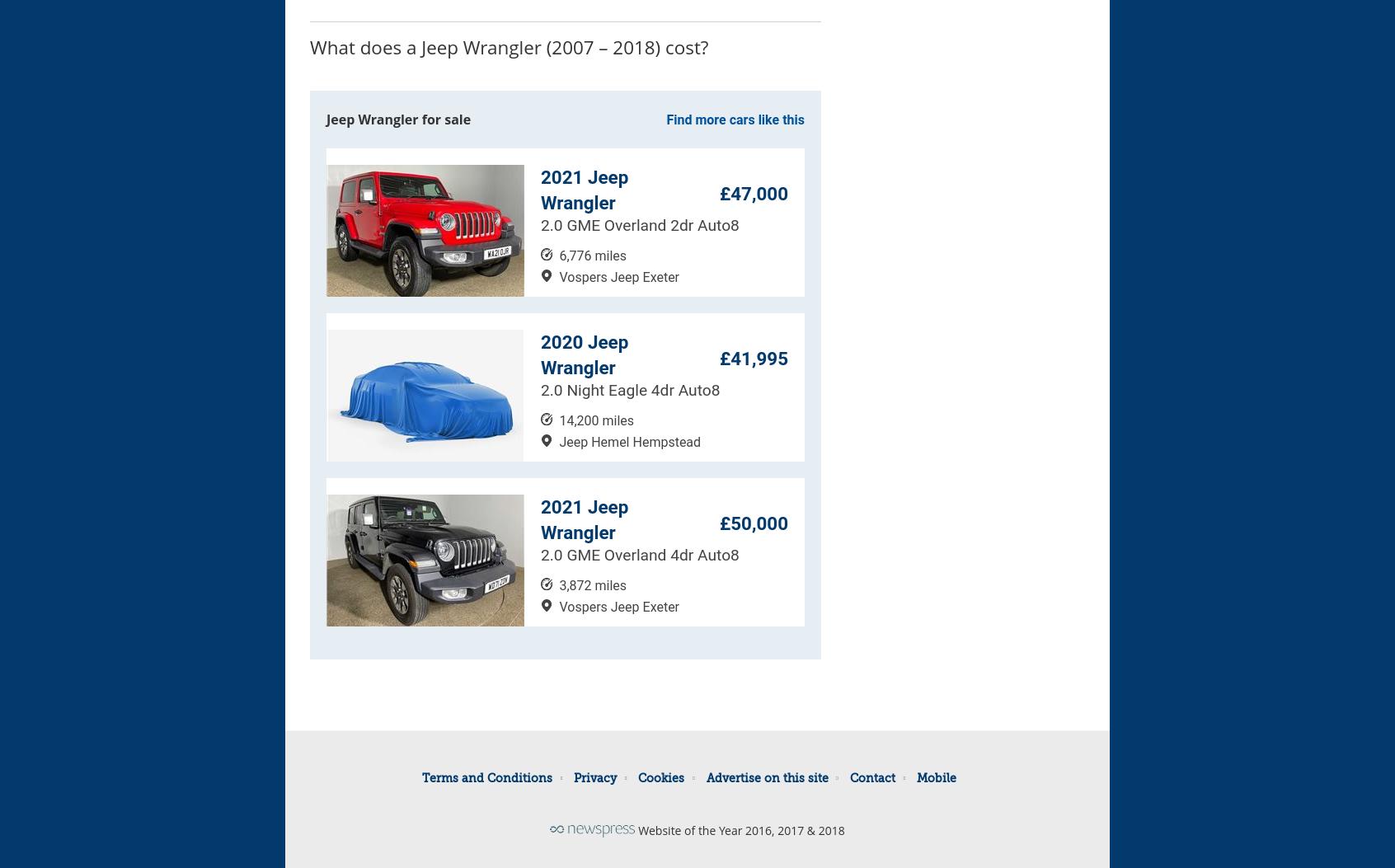 The height and width of the screenshot is (868, 1395). I want to click on 'Terms and Conditions', so click(486, 777).